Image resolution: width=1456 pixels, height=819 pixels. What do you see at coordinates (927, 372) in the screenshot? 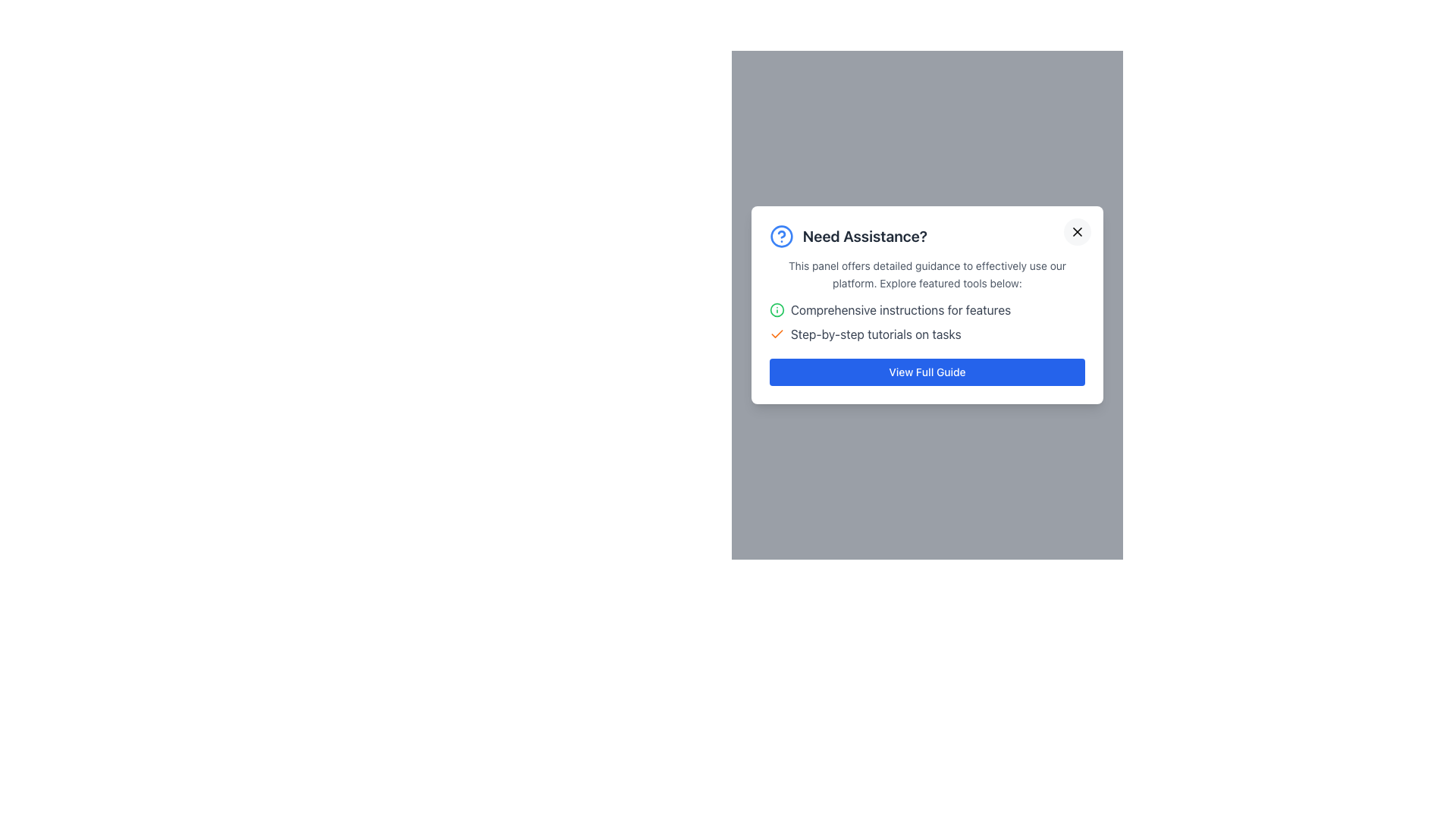
I see `the rectangular blue button labeled 'View Full Guide'` at bounding box center [927, 372].